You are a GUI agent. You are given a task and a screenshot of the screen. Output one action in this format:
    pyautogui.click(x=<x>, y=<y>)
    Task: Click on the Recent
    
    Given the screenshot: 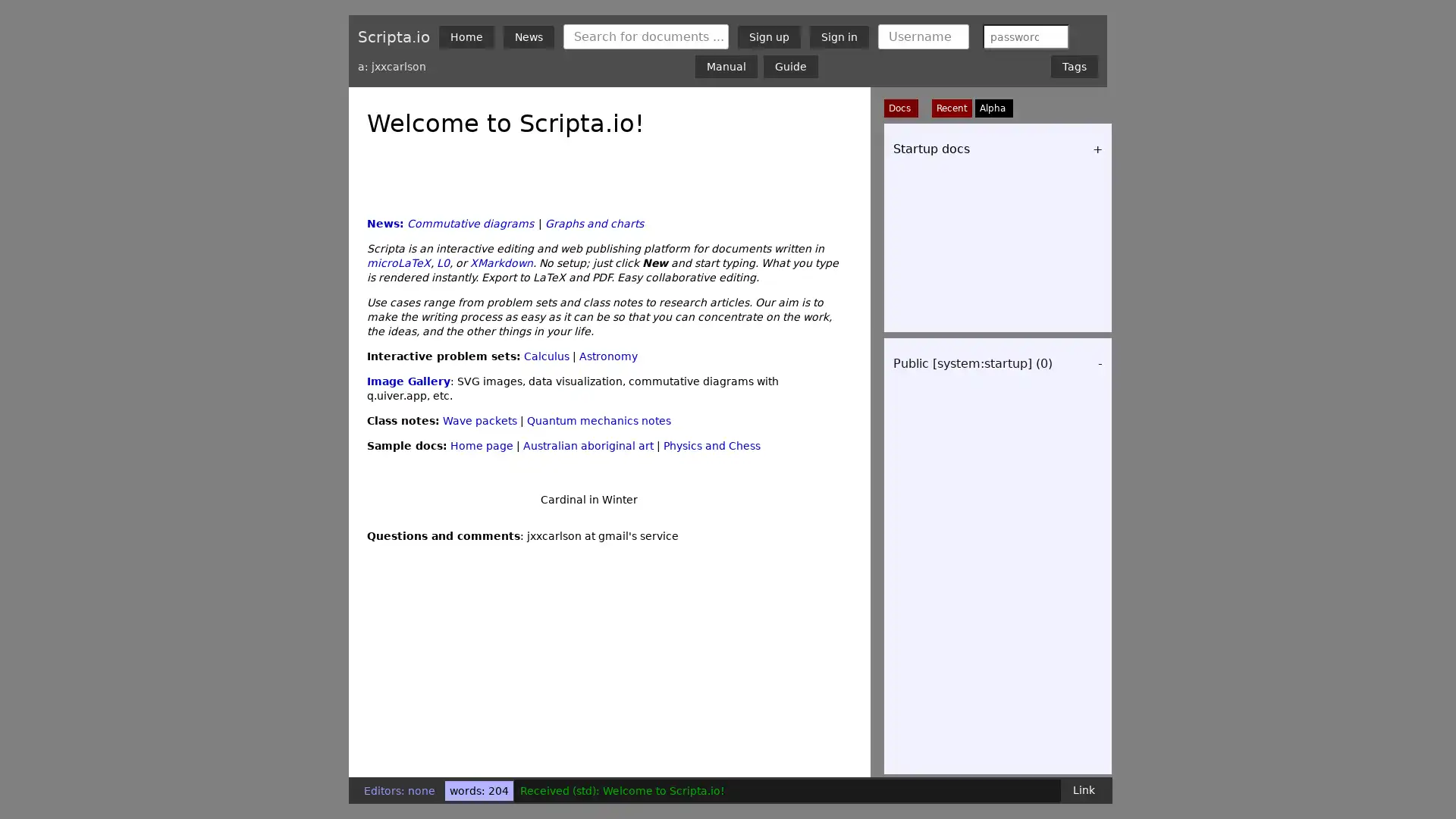 What is the action you would take?
    pyautogui.click(x=951, y=107)
    